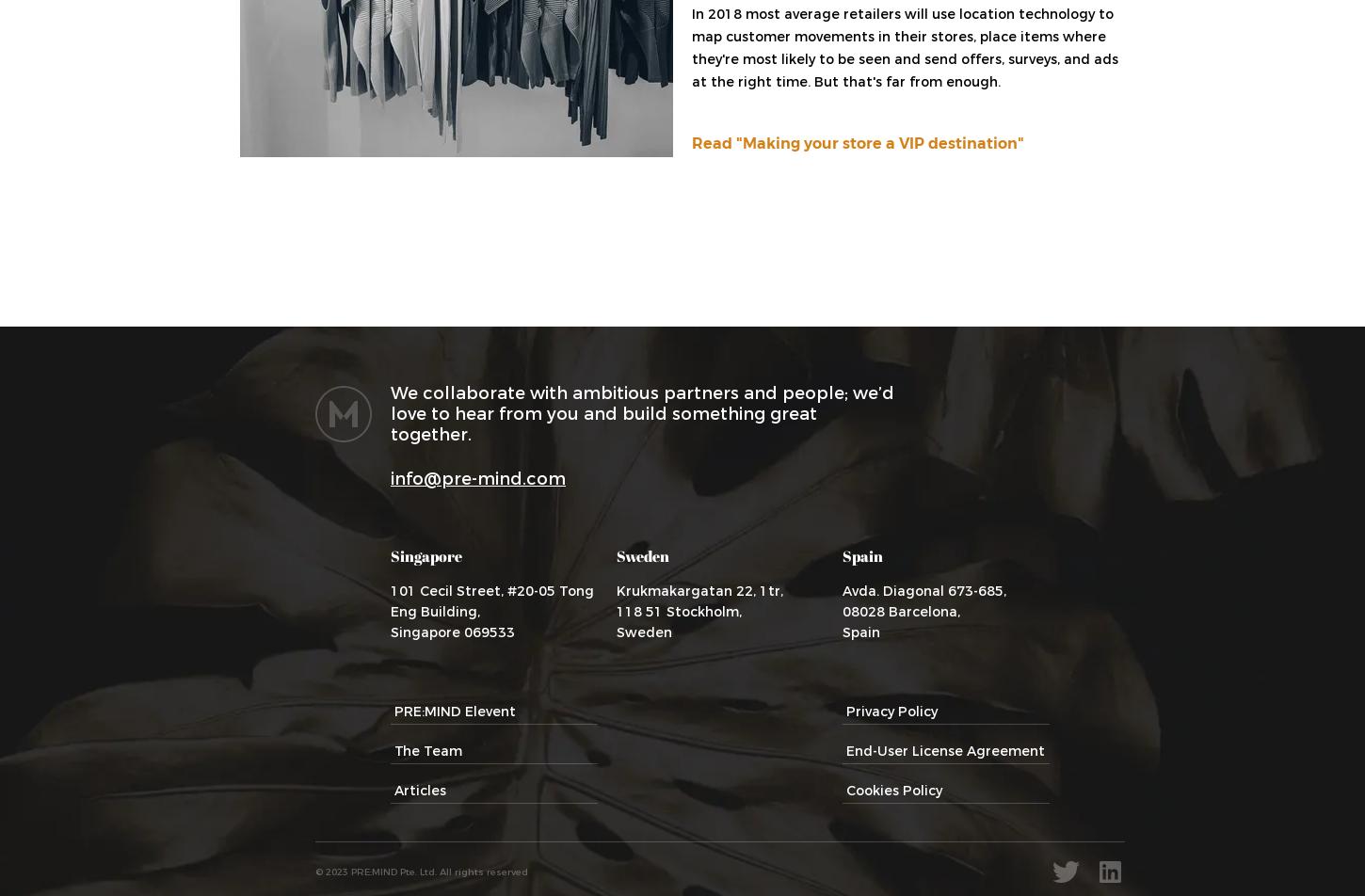 The image size is (1365, 896). What do you see at coordinates (900, 612) in the screenshot?
I see `'08028 Barcelona,'` at bounding box center [900, 612].